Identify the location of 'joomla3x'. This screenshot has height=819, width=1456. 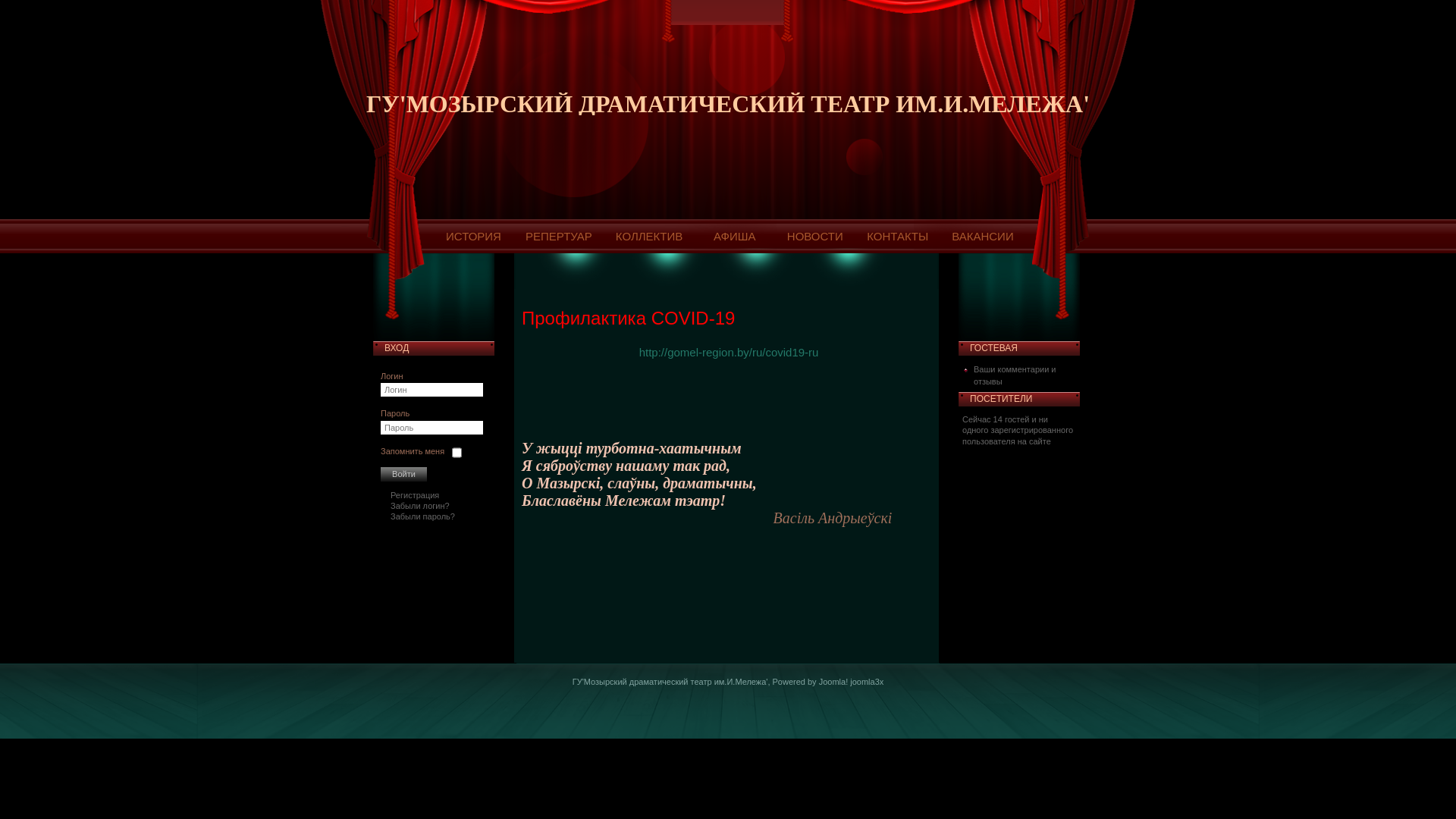
(866, 680).